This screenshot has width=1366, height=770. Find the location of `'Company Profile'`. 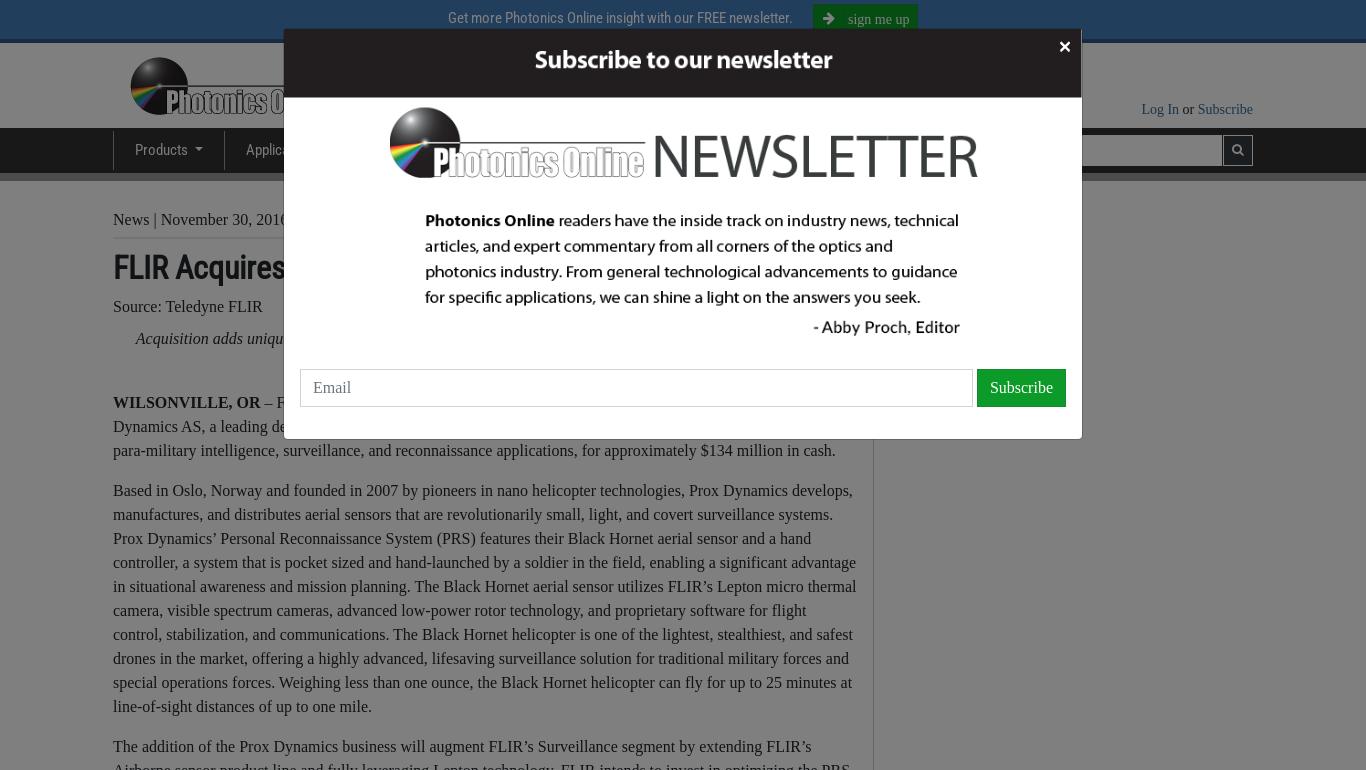

'Company Profile' is located at coordinates (981, 347).